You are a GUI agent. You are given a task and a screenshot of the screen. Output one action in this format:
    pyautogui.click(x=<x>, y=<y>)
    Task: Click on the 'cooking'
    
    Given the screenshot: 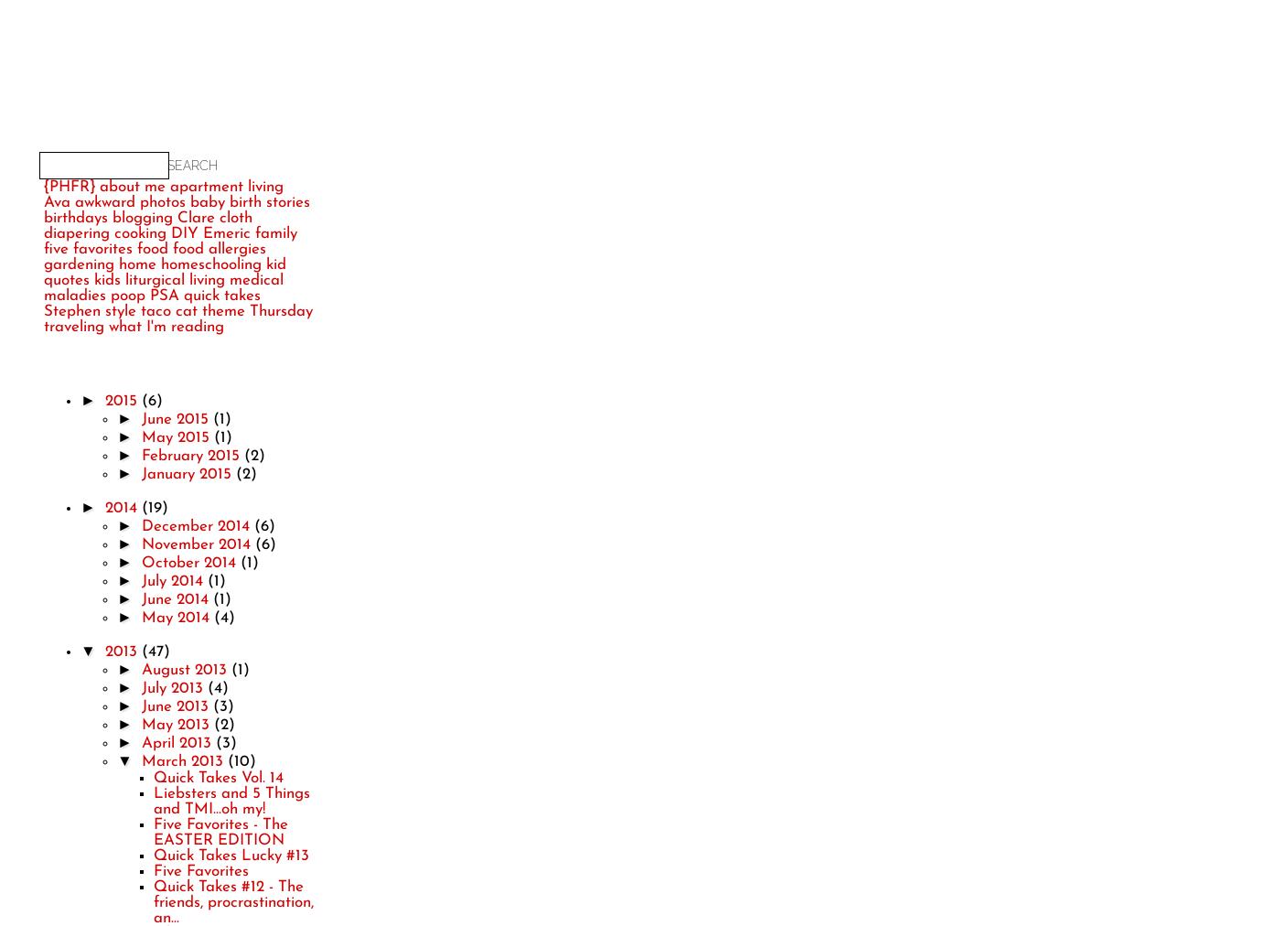 What is the action you would take?
    pyautogui.click(x=140, y=232)
    